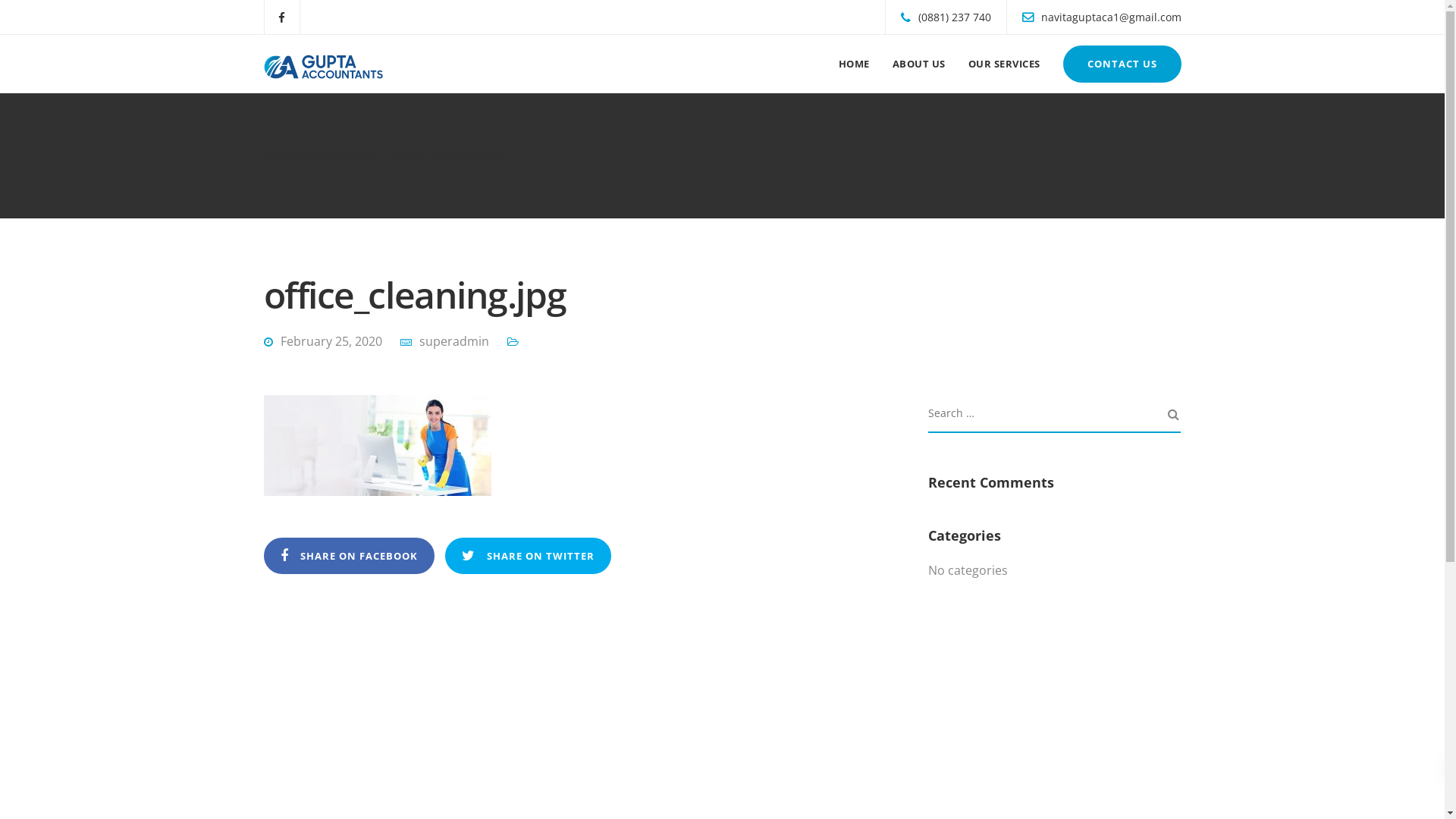  What do you see at coordinates (853, 63) in the screenshot?
I see `'HOME'` at bounding box center [853, 63].